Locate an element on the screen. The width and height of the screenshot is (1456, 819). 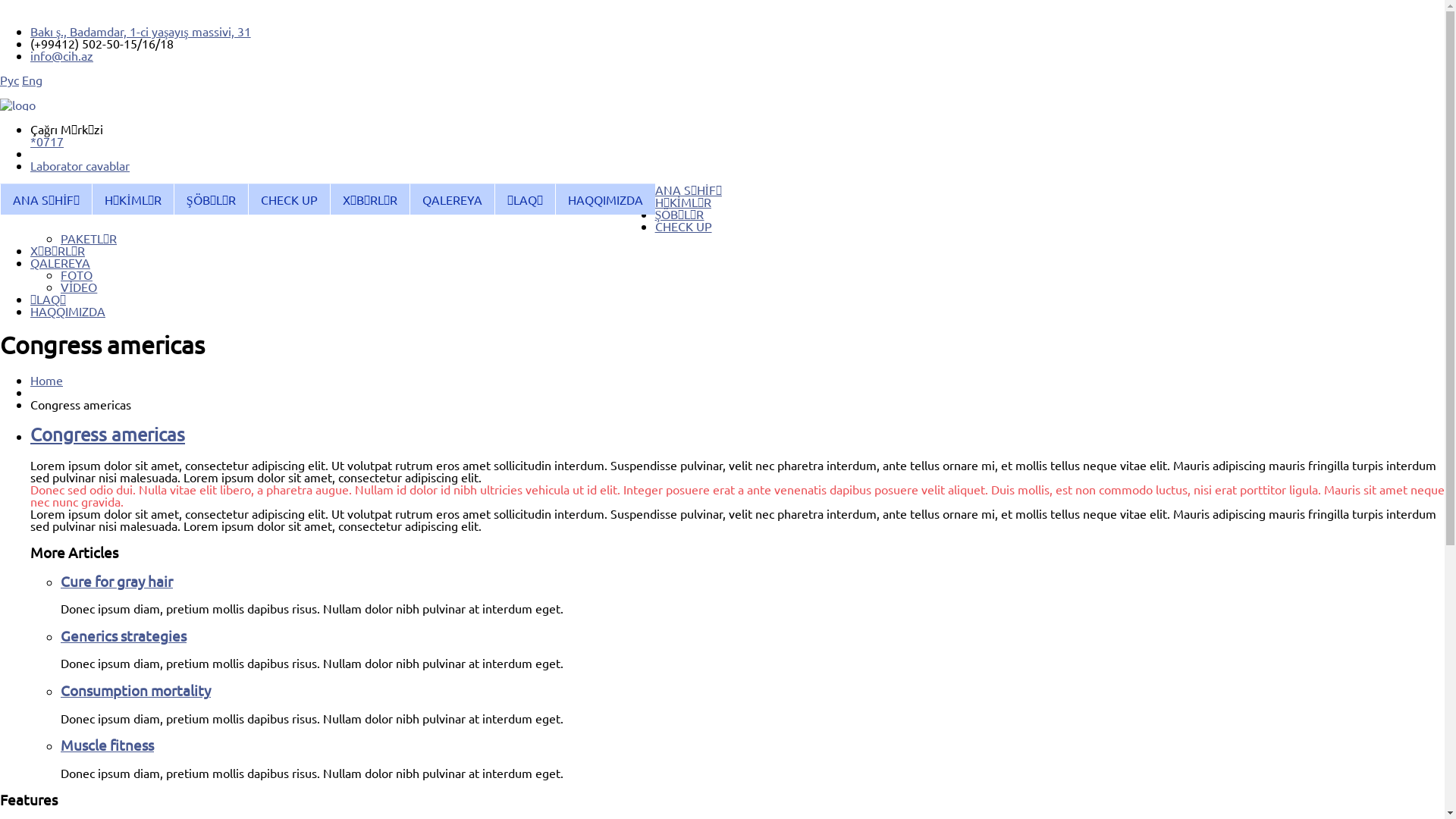
'CHECK UP' is located at coordinates (682, 225).